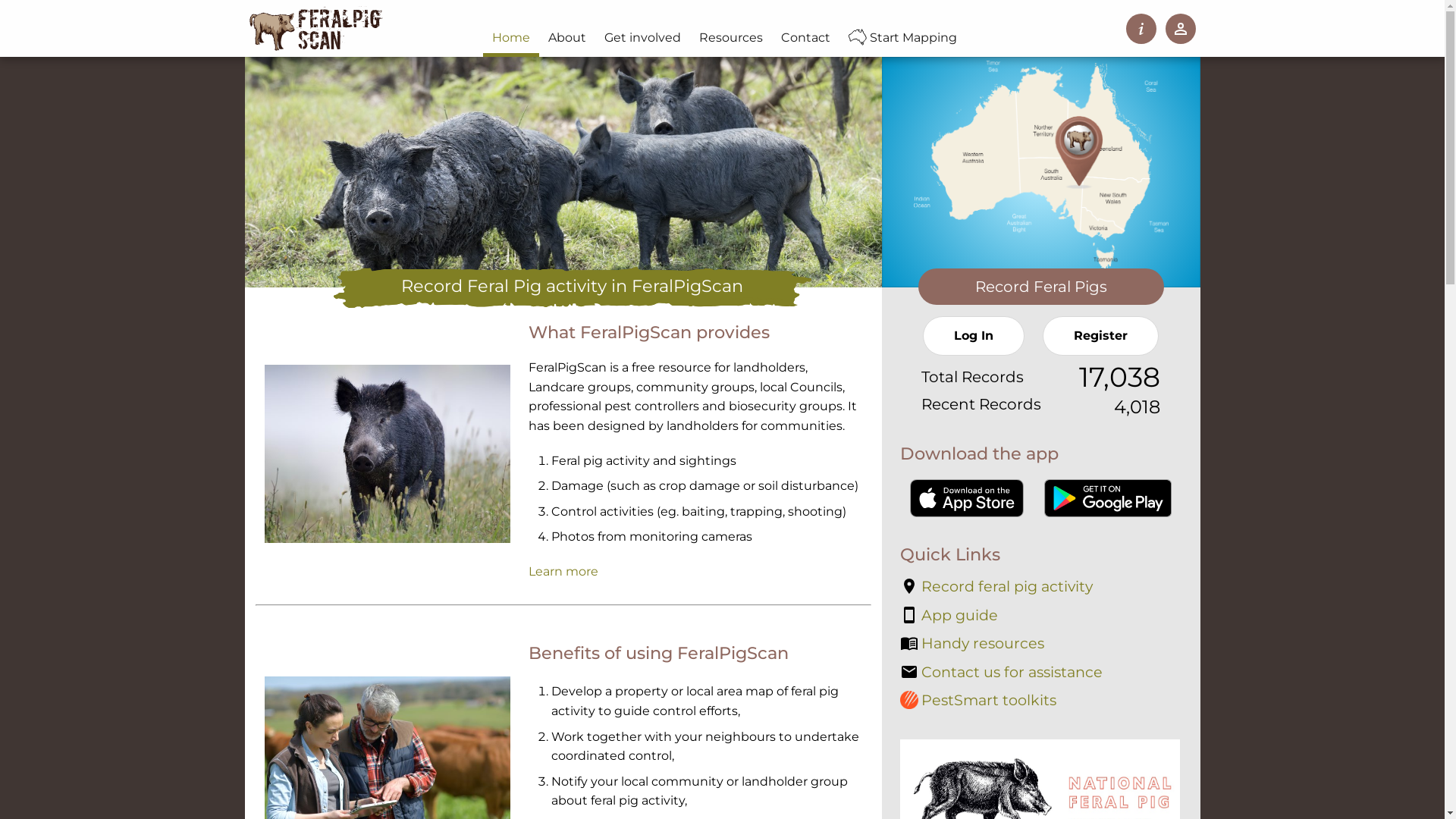 This screenshot has width=1456, height=819. What do you see at coordinates (538, 37) in the screenshot?
I see `'About'` at bounding box center [538, 37].